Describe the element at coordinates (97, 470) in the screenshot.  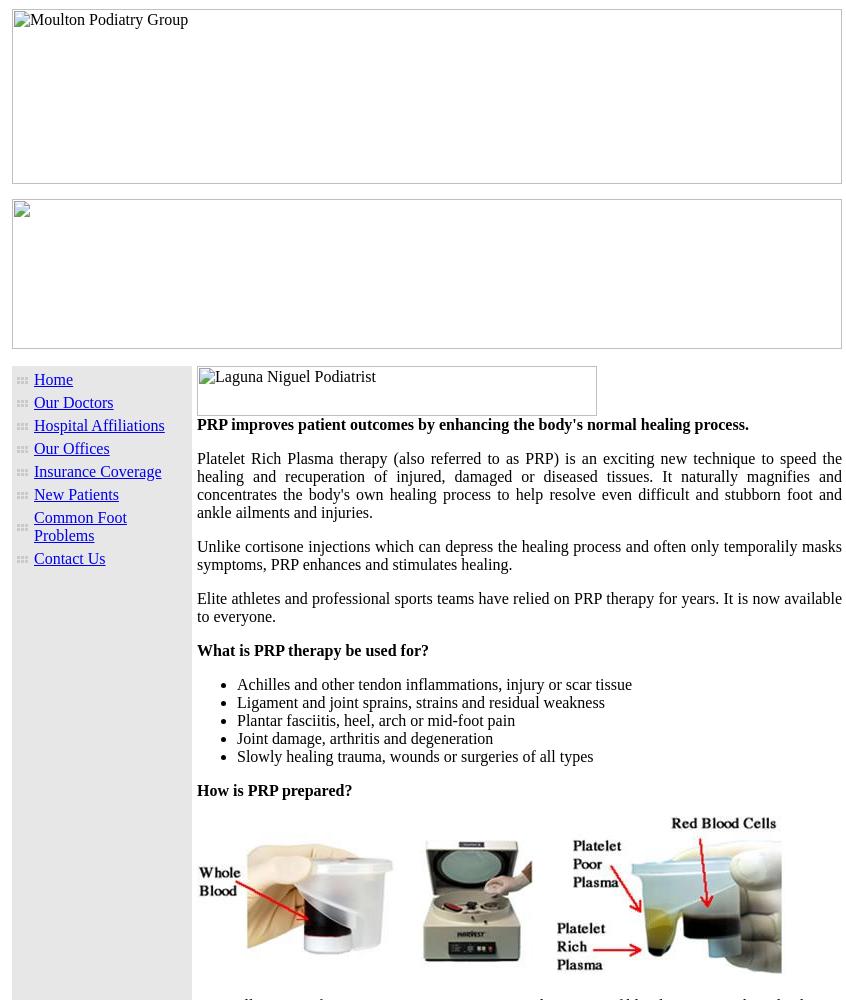
I see `'Insurance Coverage'` at that location.